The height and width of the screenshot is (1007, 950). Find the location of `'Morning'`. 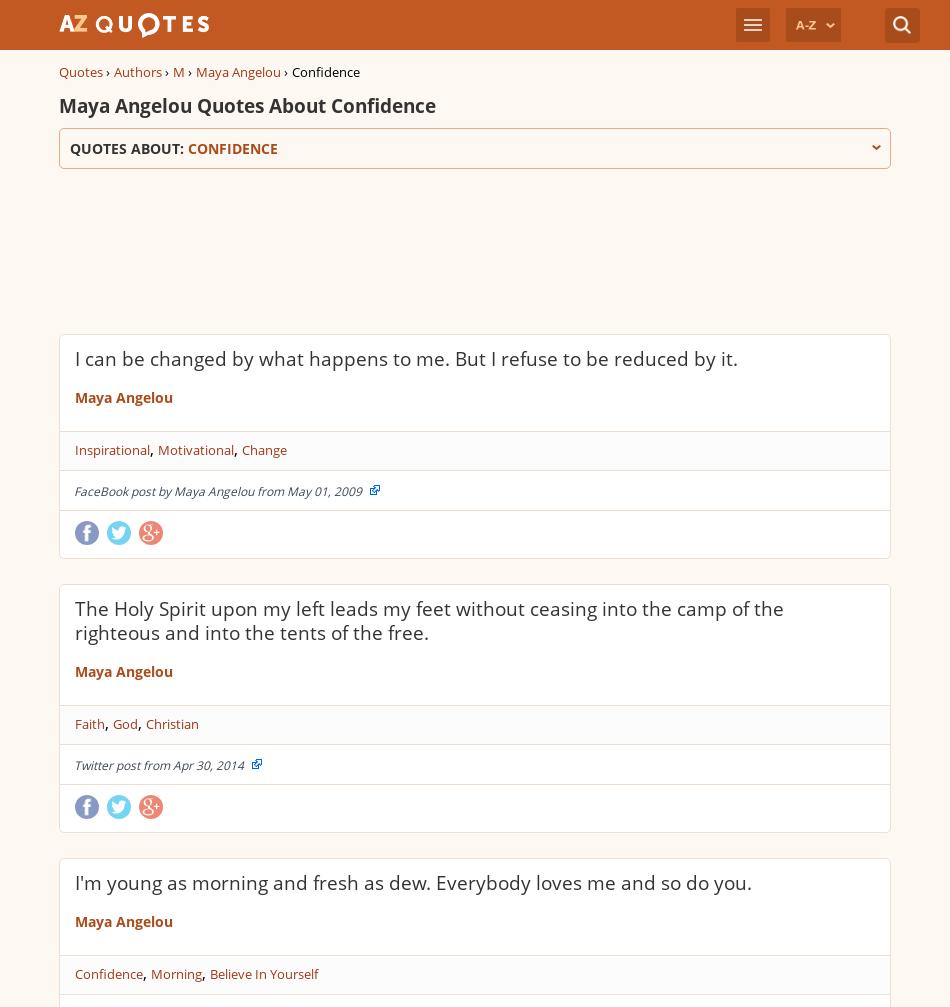

'Morning' is located at coordinates (176, 972).